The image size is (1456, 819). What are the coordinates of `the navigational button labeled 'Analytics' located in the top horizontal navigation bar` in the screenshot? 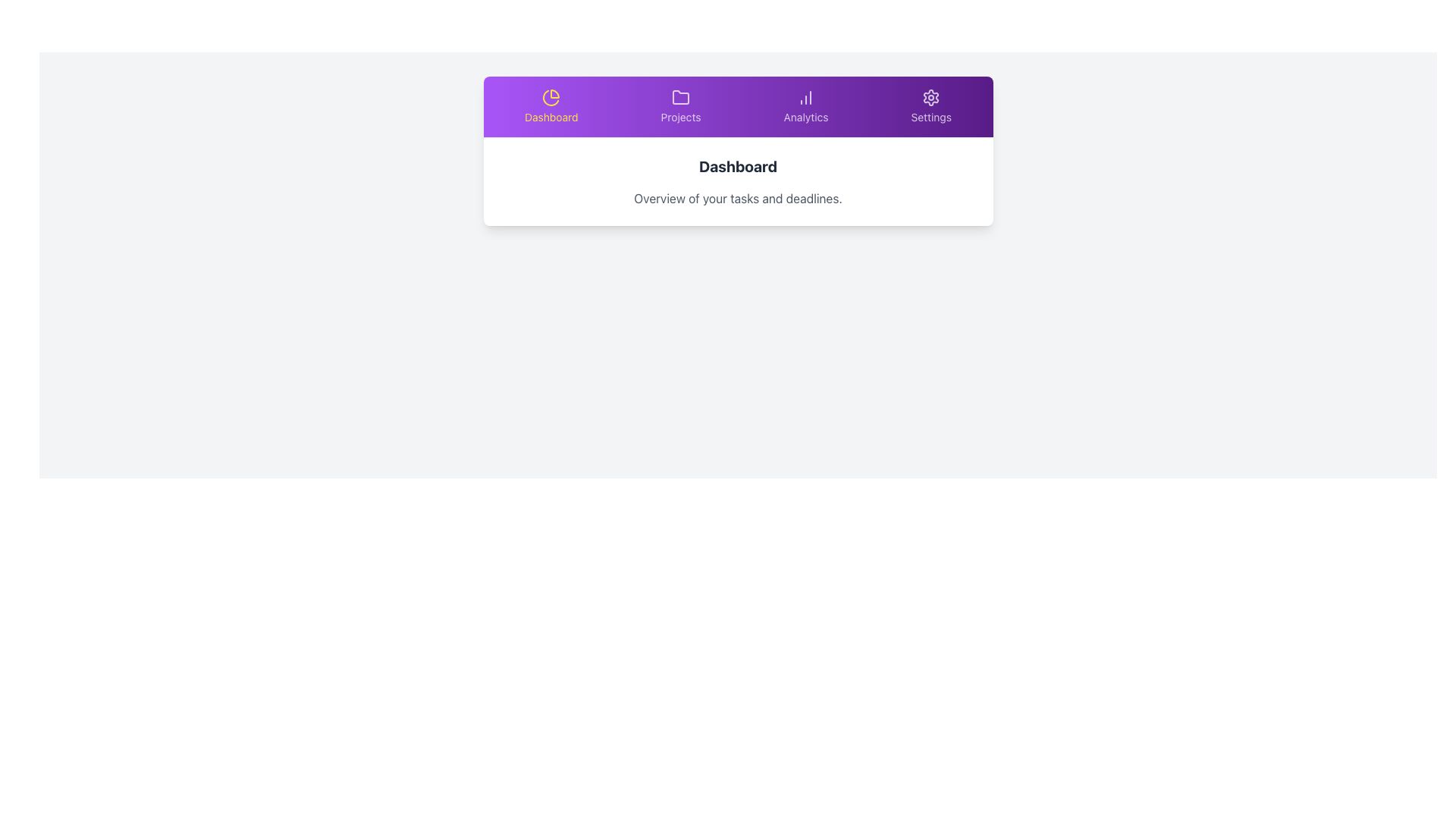 It's located at (805, 106).